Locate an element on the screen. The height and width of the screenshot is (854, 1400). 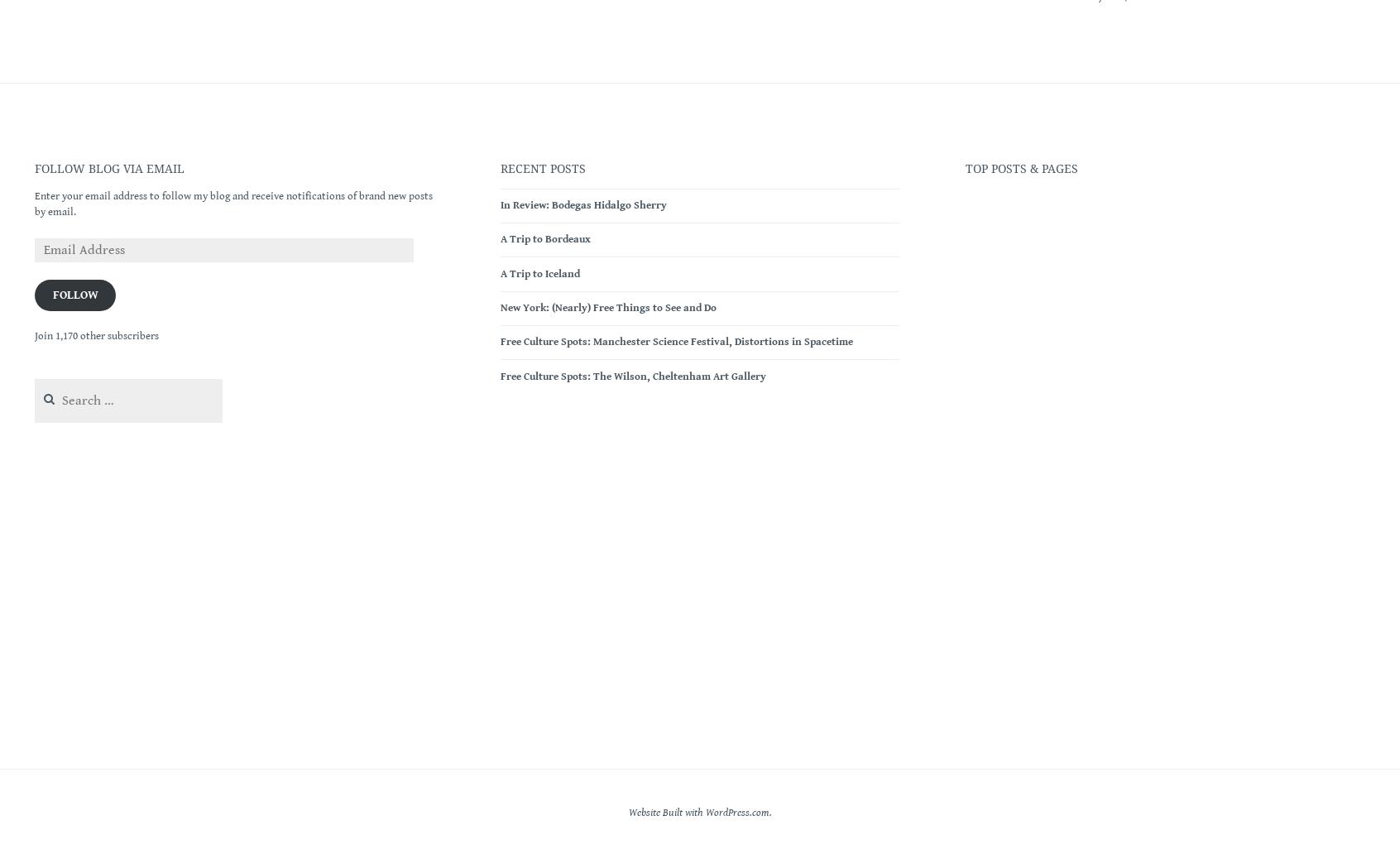
'Website Built with WordPress.com' is located at coordinates (698, 811).